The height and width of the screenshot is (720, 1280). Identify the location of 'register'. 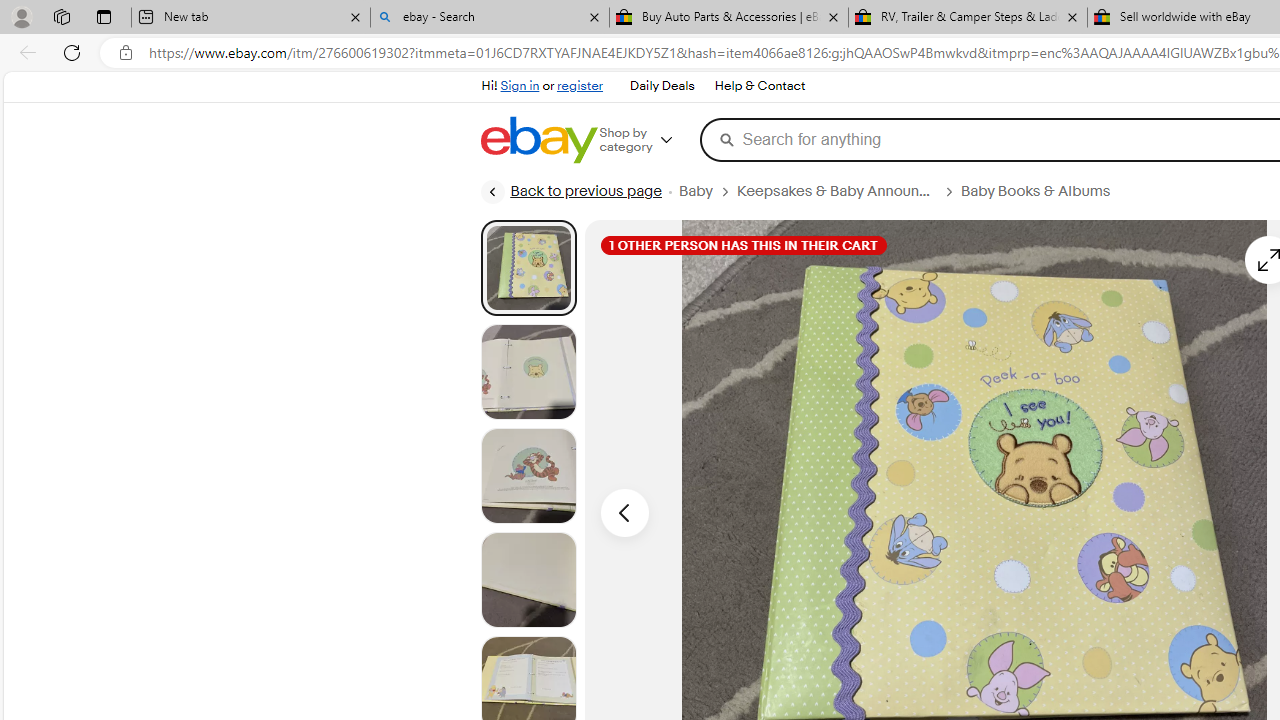
(578, 85).